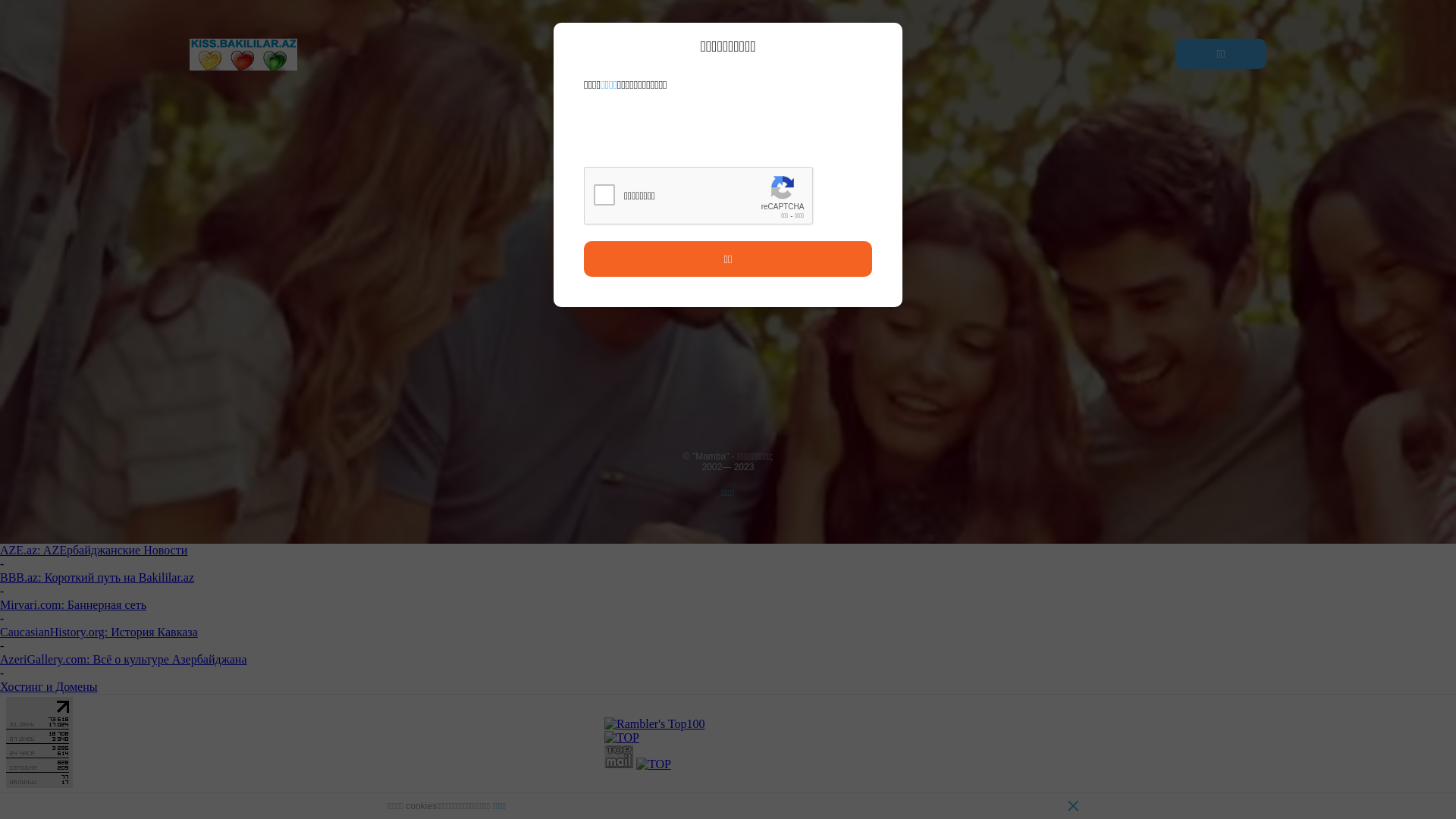 This screenshot has width=1456, height=819. What do you see at coordinates (698, 195) in the screenshot?
I see `'reCAPTCHA'` at bounding box center [698, 195].